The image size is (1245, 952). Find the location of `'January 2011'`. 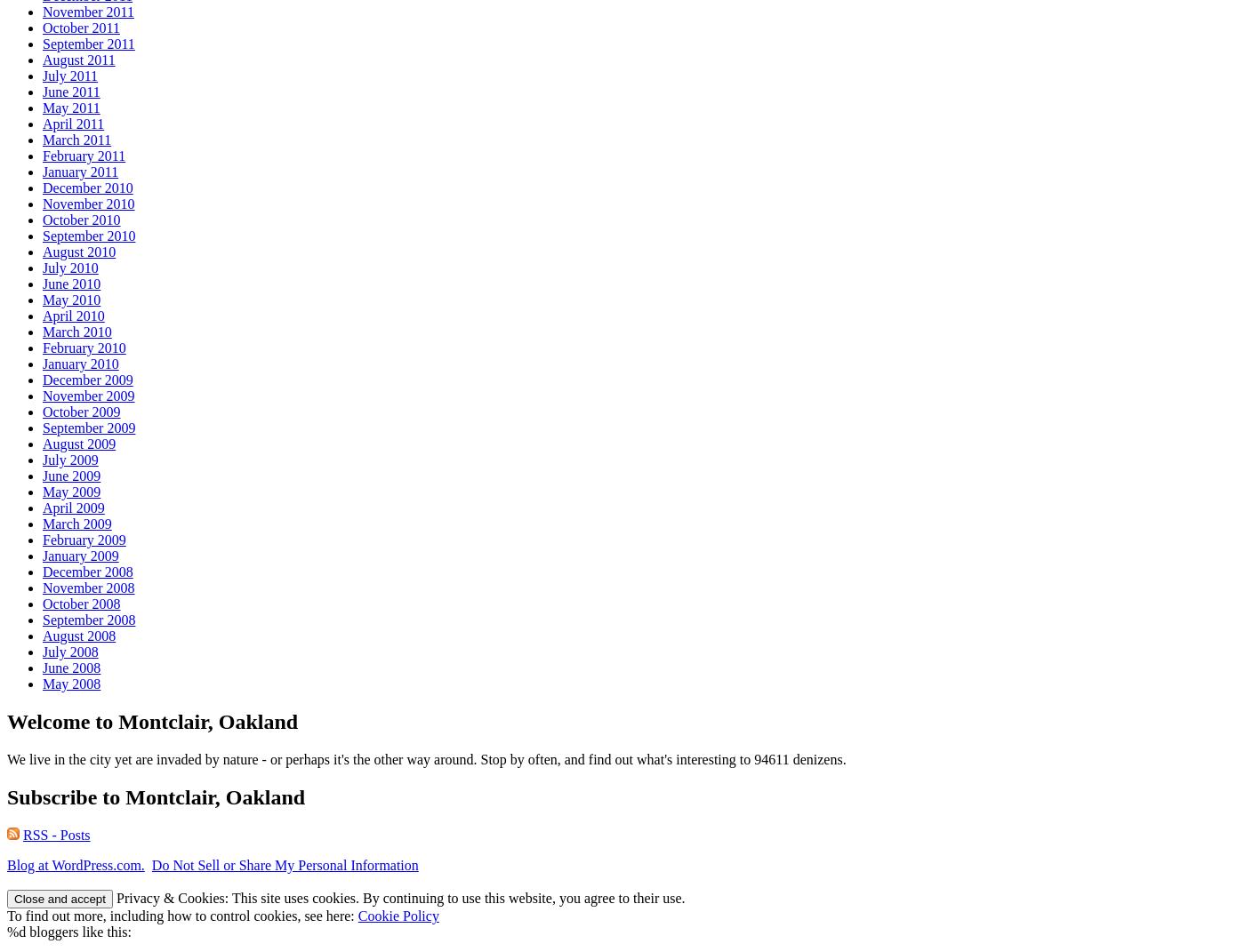

'January 2011' is located at coordinates (79, 171).